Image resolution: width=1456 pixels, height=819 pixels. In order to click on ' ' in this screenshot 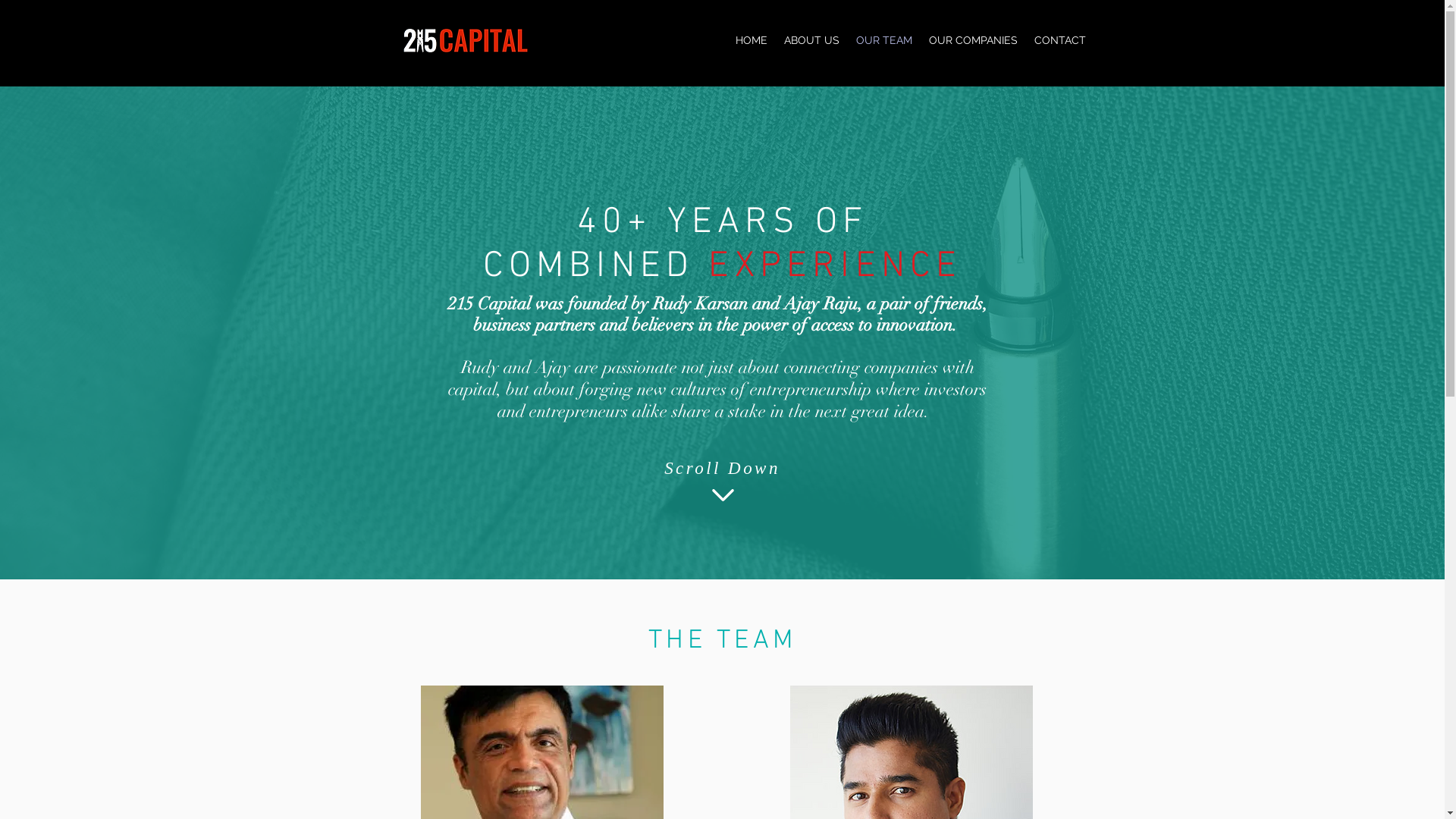, I will do `click(937, 58)`.